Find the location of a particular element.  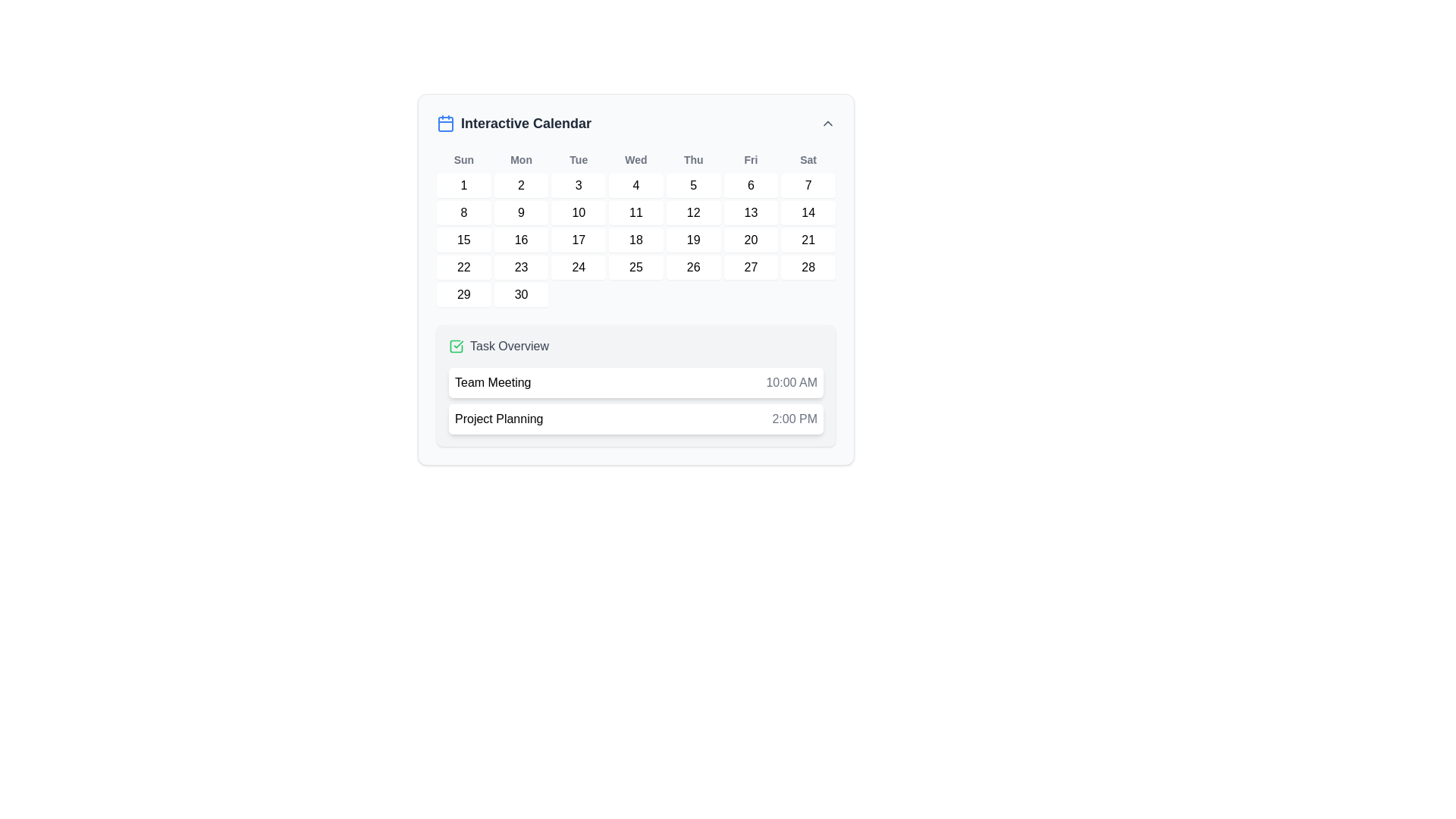

the static text label for Saturday, which is the last label in the row of weekday labels in the calendar header is located at coordinates (808, 160).